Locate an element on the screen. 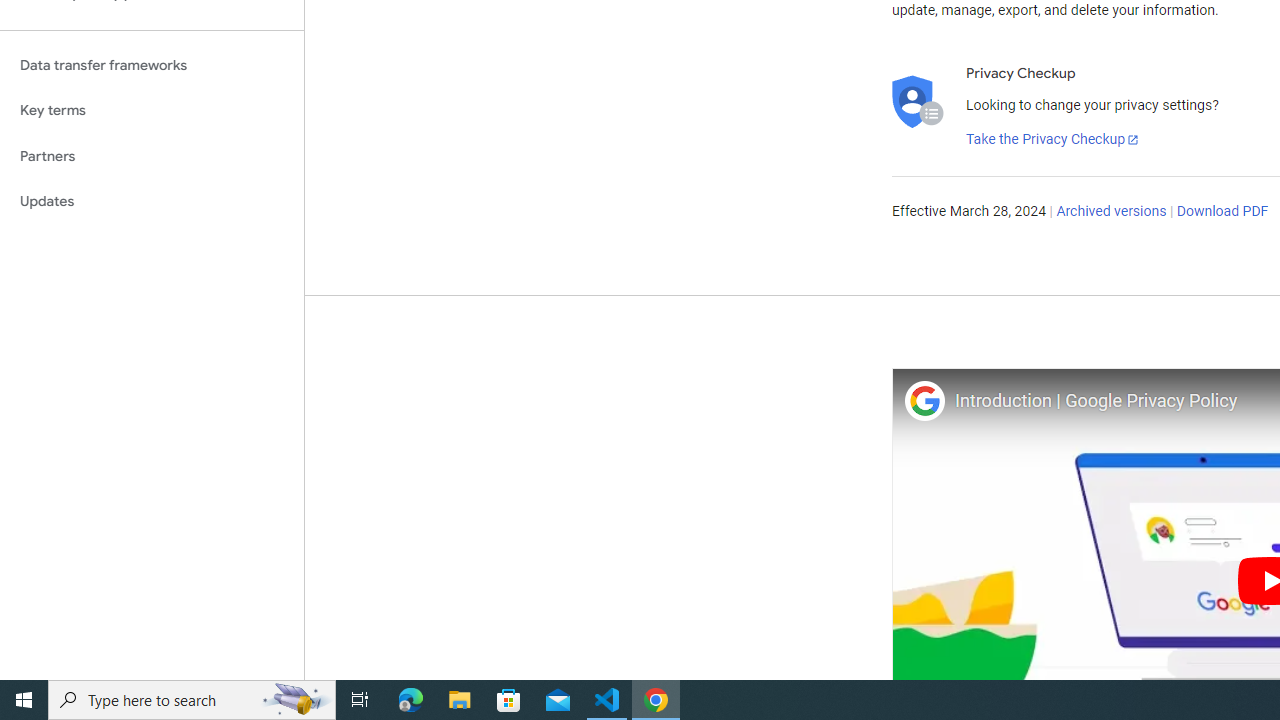 This screenshot has width=1280, height=720. 'Archived versions' is located at coordinates (1110, 212).